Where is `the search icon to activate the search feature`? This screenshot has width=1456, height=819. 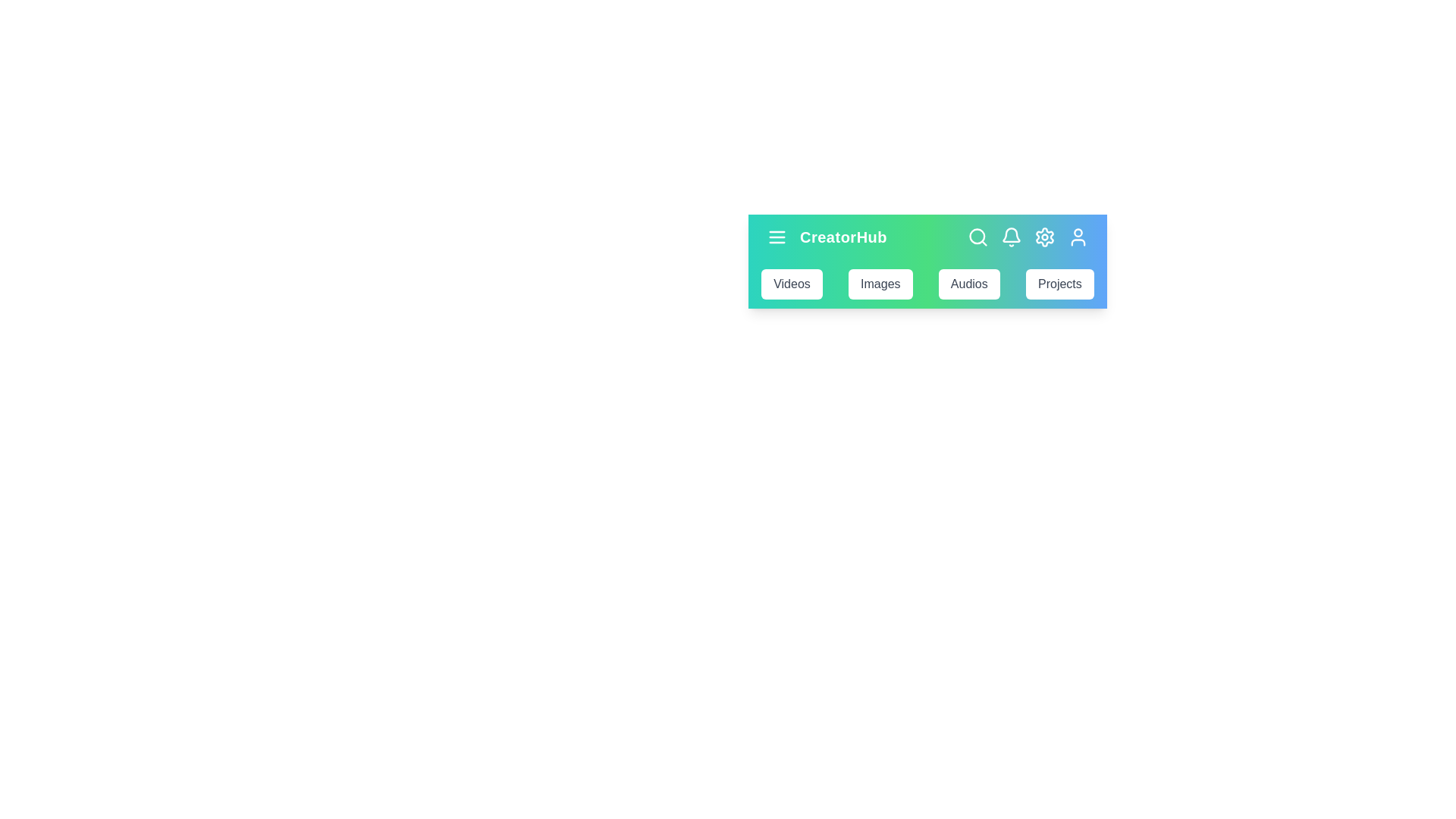 the search icon to activate the search feature is located at coordinates (978, 237).